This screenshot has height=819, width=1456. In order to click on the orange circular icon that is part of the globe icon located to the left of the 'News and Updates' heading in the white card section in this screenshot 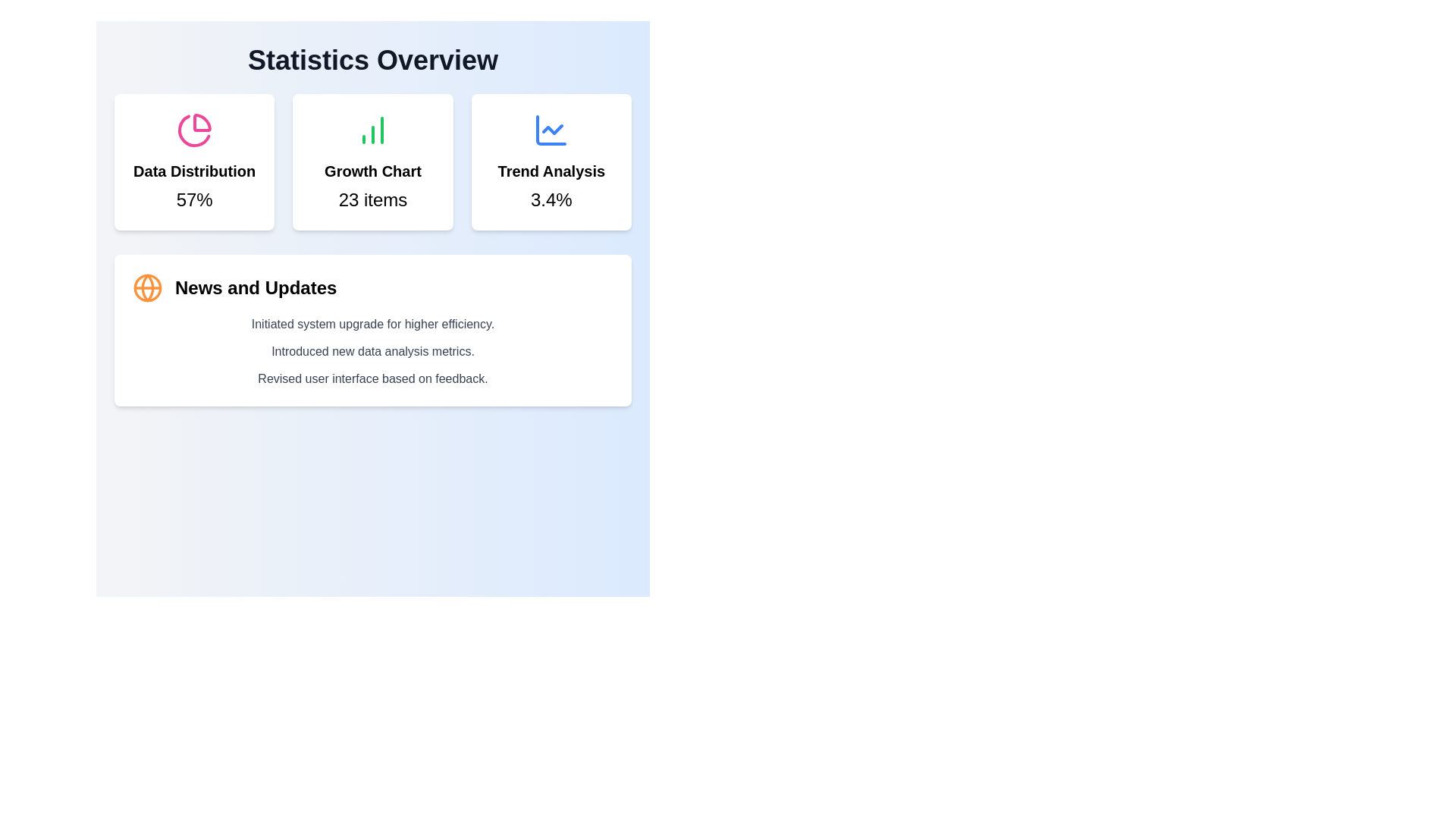, I will do `click(148, 288)`.